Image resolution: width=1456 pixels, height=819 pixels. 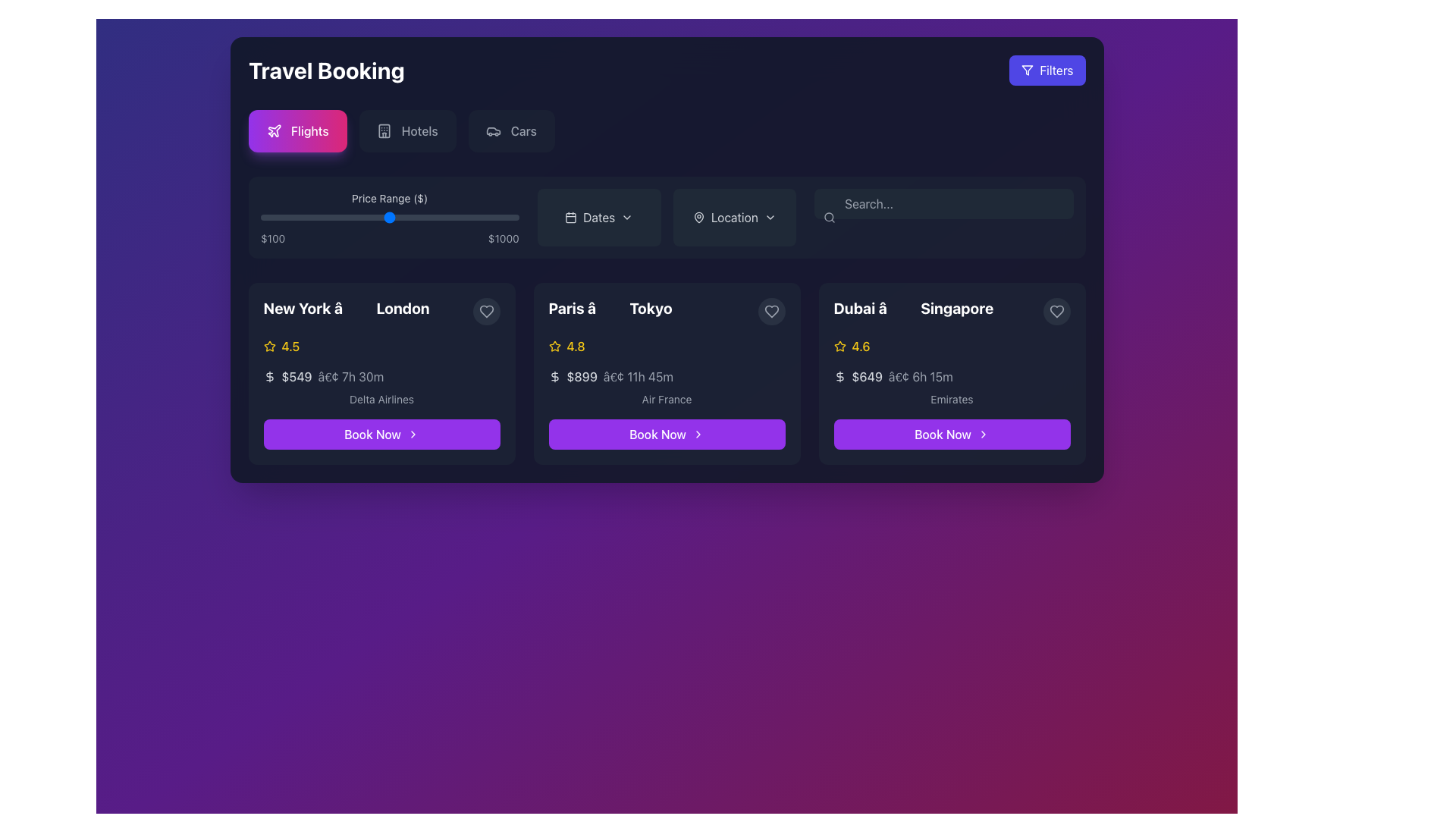 What do you see at coordinates (598, 217) in the screenshot?
I see `the 'Dates' Text Label which serves as a label for the date selection button` at bounding box center [598, 217].